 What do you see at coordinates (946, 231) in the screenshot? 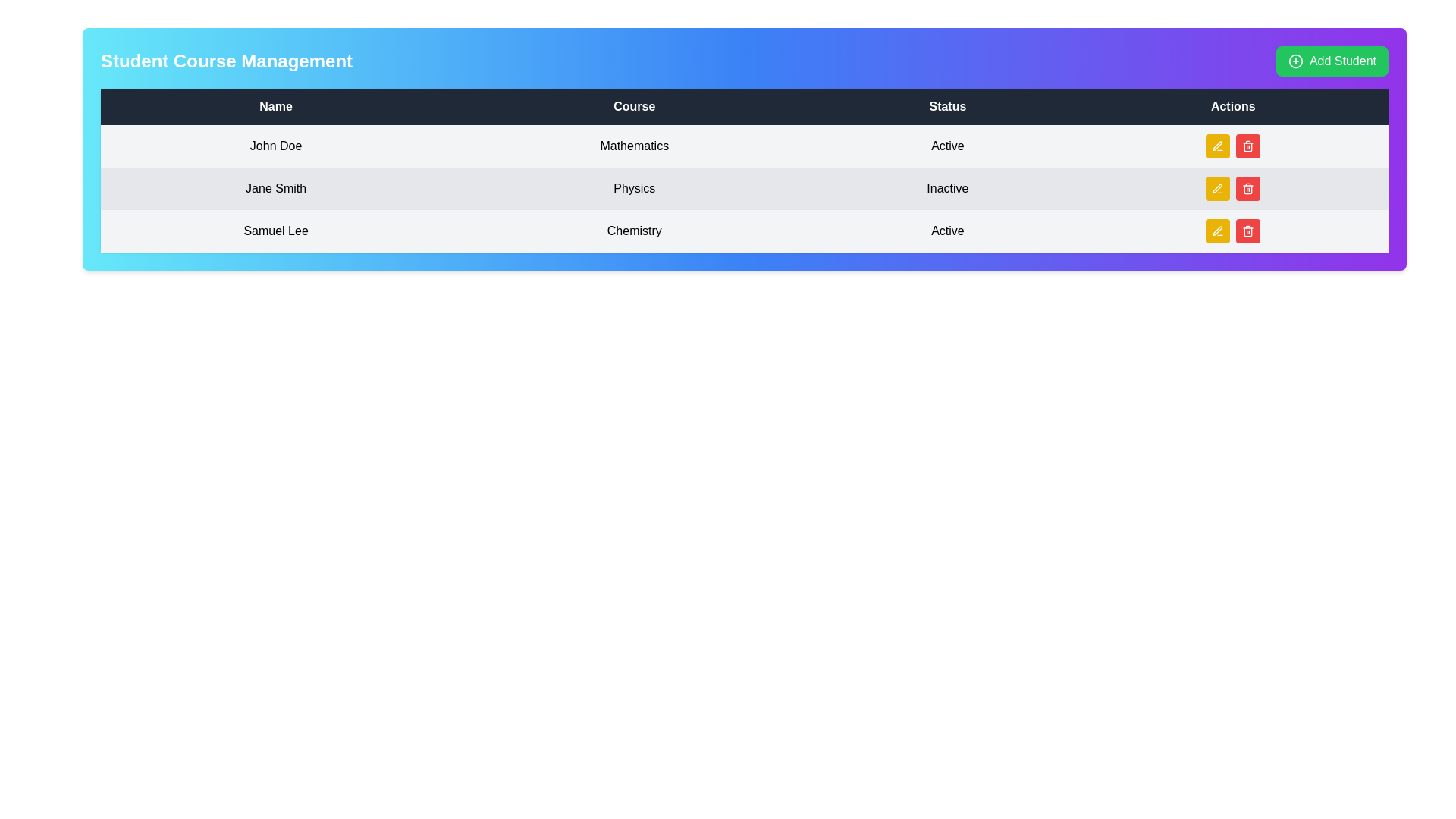
I see `the Text Label indicating the active status of 'Samuel Lee' in the third row of the table under the 'Status' column` at bounding box center [946, 231].